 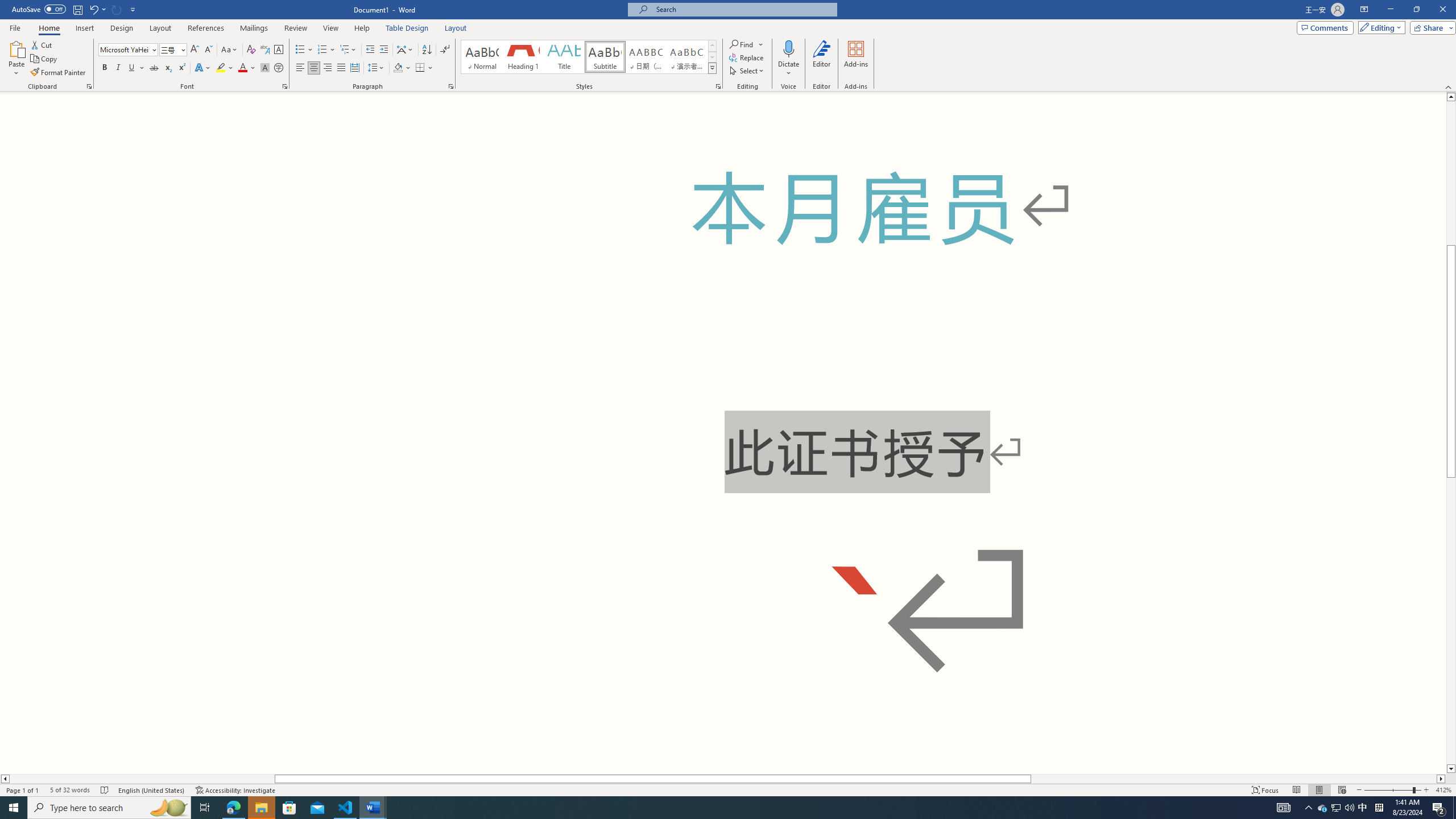 What do you see at coordinates (1363, 9) in the screenshot?
I see `'Ribbon Display Options'` at bounding box center [1363, 9].